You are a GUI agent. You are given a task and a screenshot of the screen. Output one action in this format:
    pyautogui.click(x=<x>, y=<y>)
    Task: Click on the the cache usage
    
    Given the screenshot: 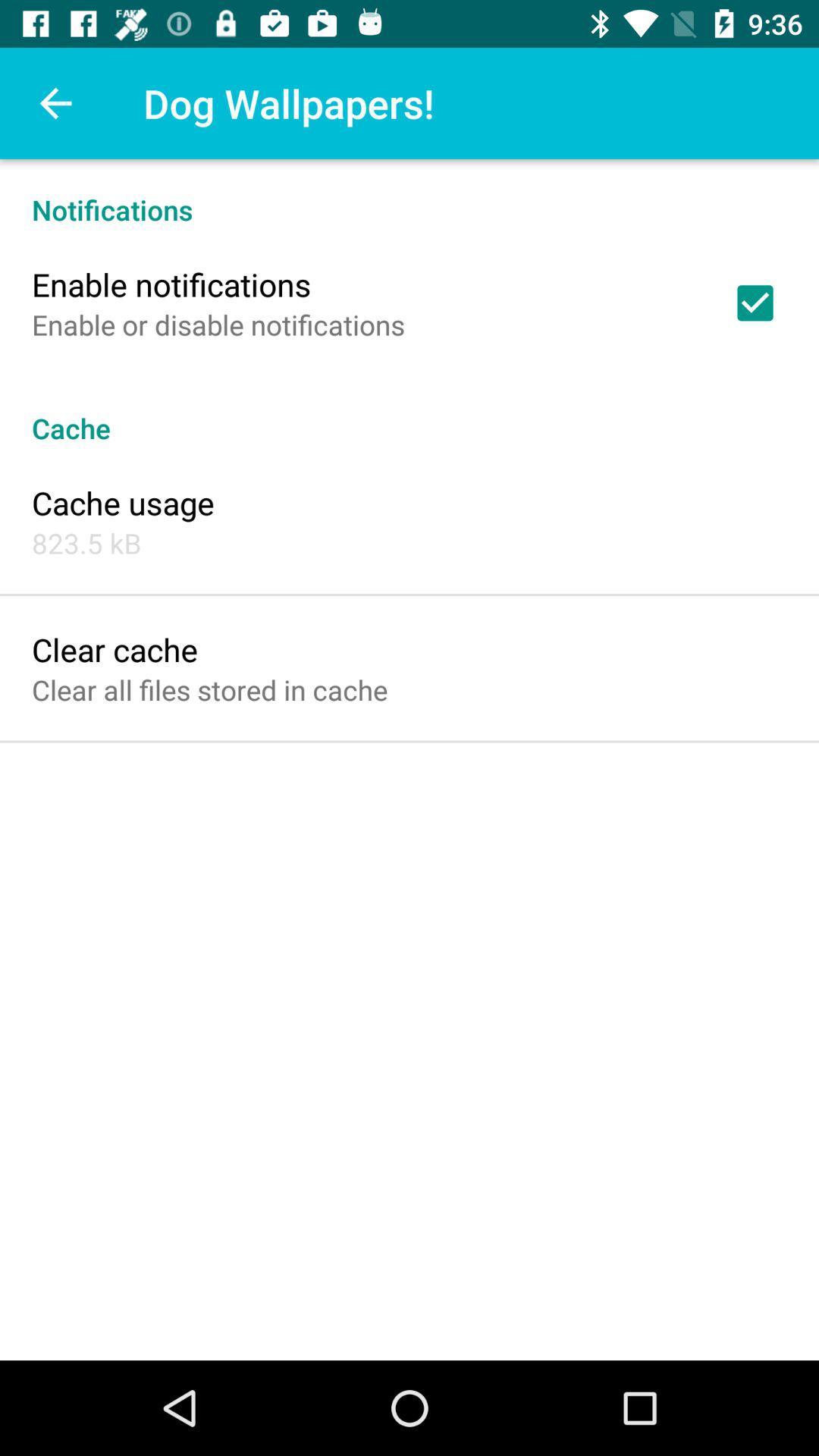 What is the action you would take?
    pyautogui.click(x=122, y=502)
    